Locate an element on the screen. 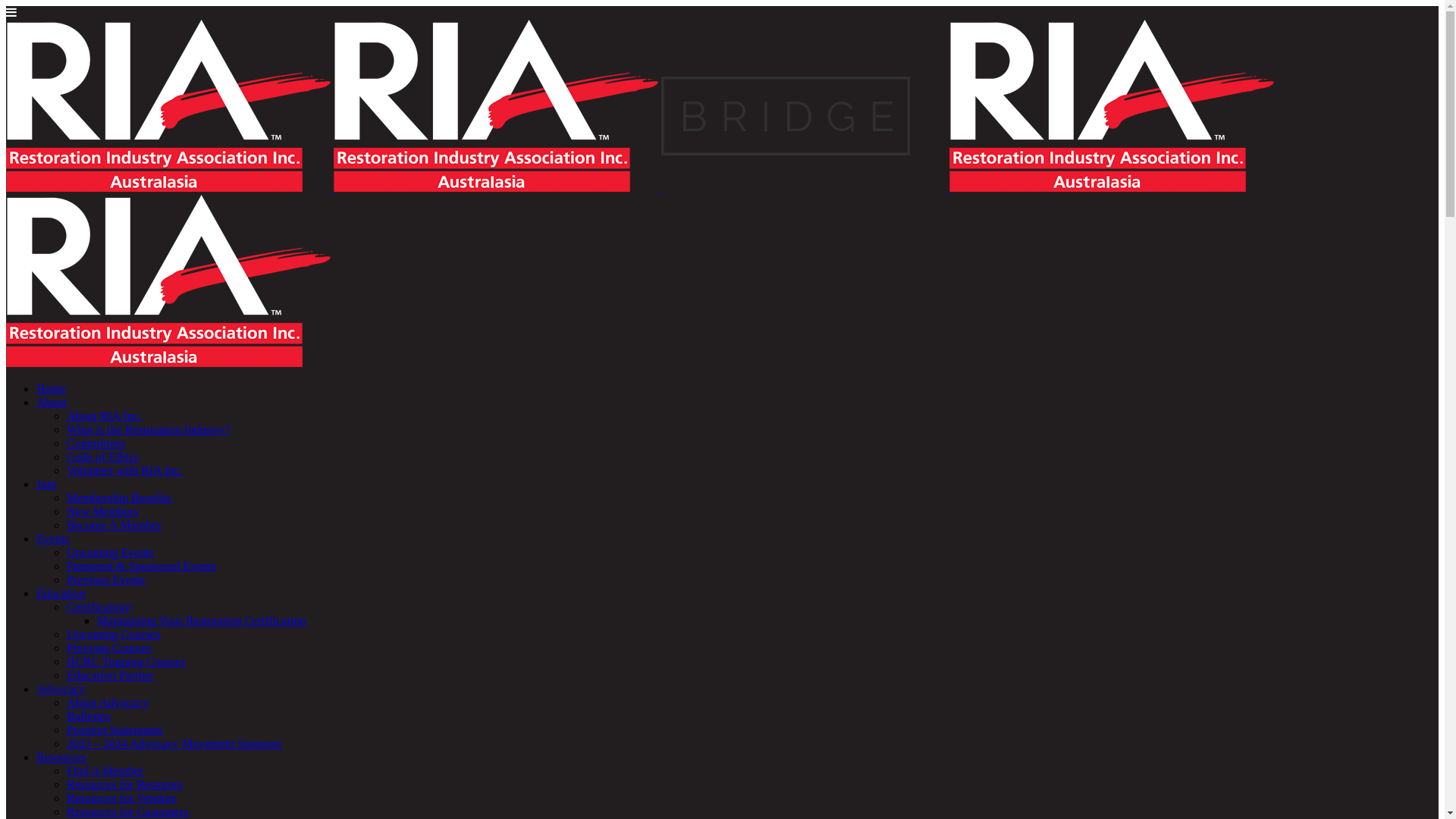 The height and width of the screenshot is (819, 1456). 'Upcoming Courses' is located at coordinates (112, 634).